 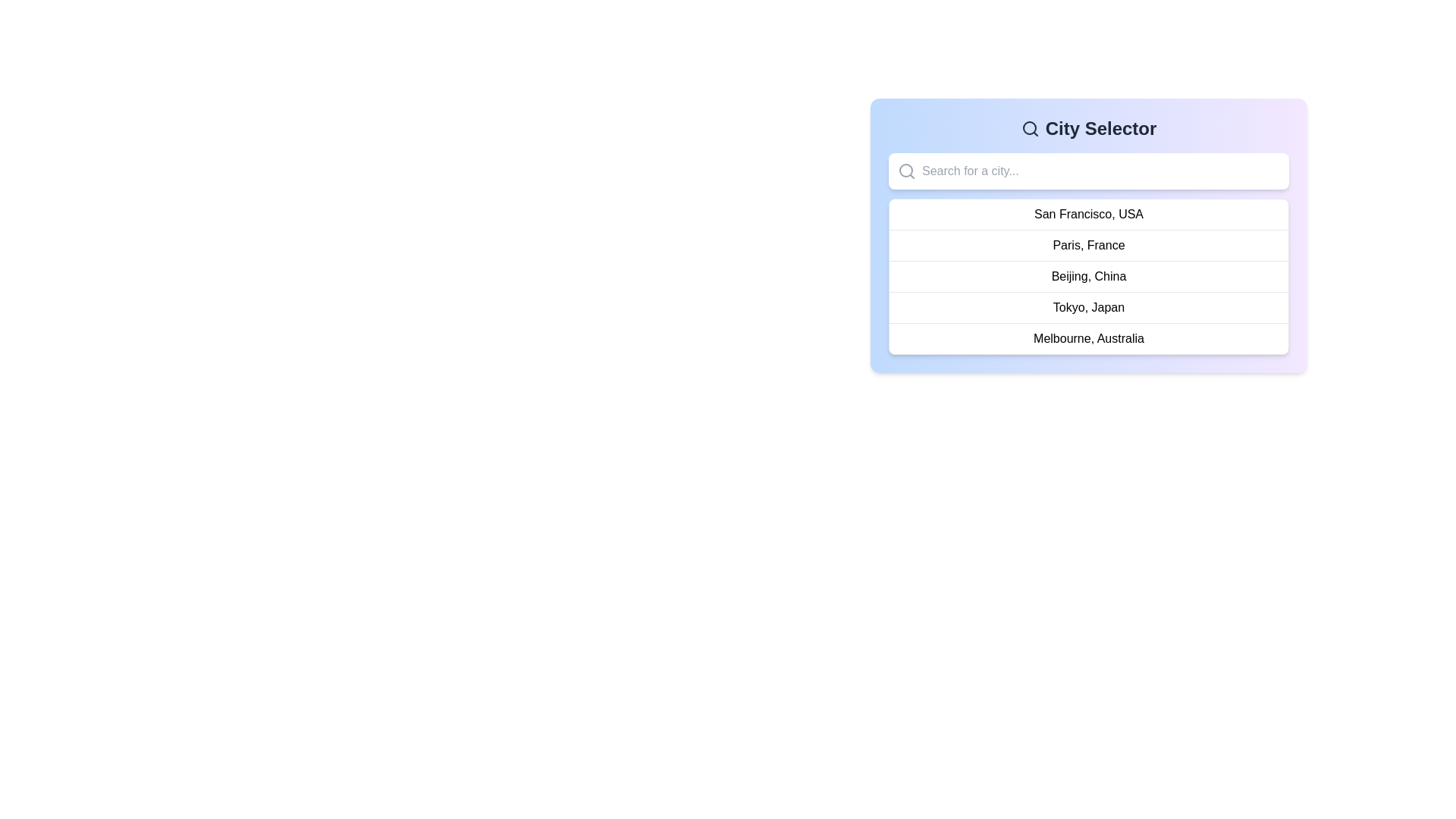 What do you see at coordinates (1029, 127) in the screenshot?
I see `the circular graphical representation component resembling a part of a search icon, located near the left side of the 'Search for a city...' input field` at bounding box center [1029, 127].